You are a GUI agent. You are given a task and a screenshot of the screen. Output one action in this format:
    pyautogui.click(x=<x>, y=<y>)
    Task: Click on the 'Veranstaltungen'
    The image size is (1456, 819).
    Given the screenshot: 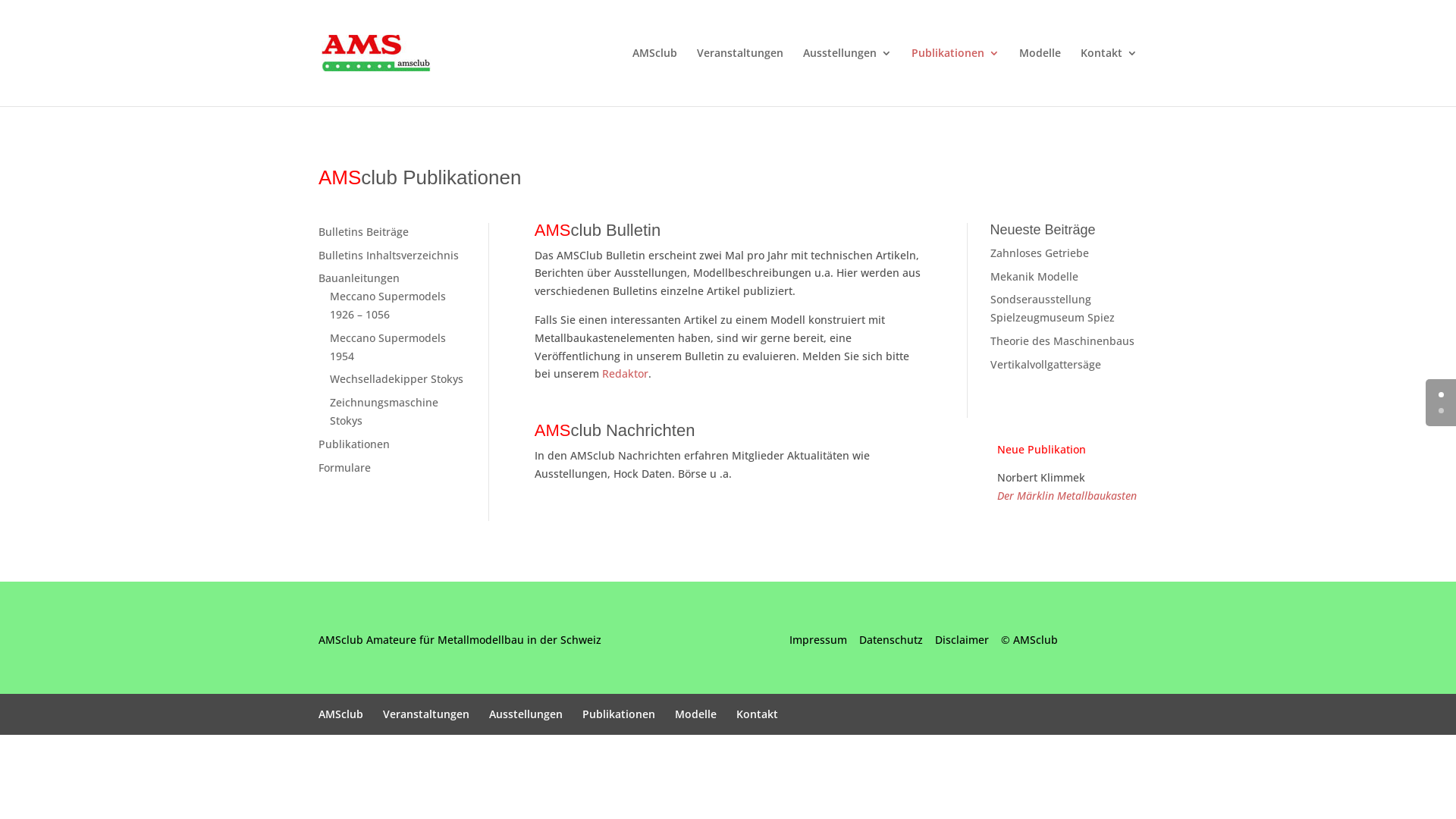 What is the action you would take?
    pyautogui.click(x=425, y=714)
    